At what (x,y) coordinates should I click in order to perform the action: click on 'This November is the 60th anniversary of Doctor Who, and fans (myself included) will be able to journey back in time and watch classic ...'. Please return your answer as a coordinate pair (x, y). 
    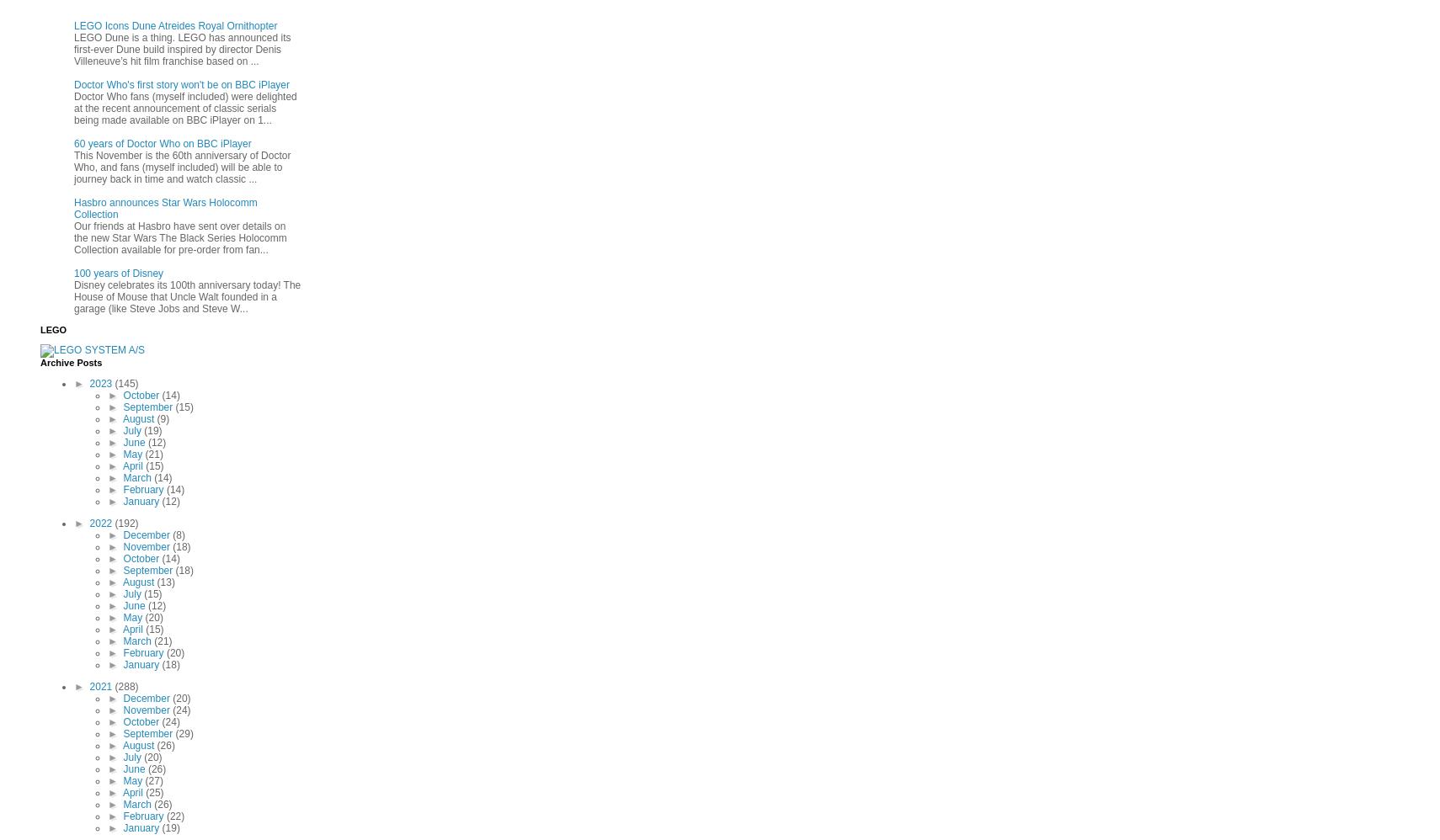
    Looking at the image, I should click on (181, 167).